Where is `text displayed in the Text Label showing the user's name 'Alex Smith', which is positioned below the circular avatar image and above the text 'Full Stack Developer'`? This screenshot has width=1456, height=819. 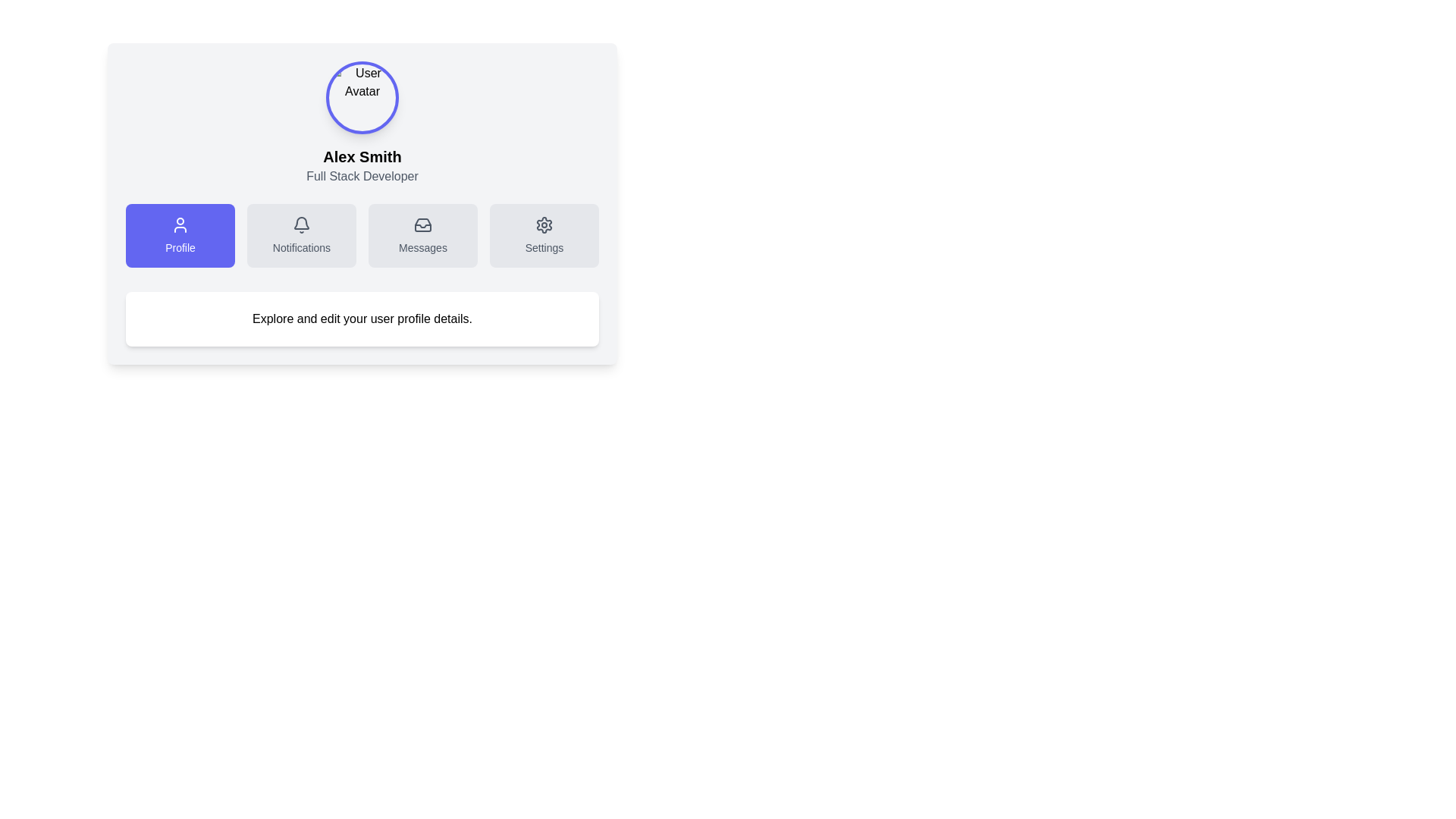 text displayed in the Text Label showing the user's name 'Alex Smith', which is positioned below the circular avatar image and above the text 'Full Stack Developer' is located at coordinates (362, 157).